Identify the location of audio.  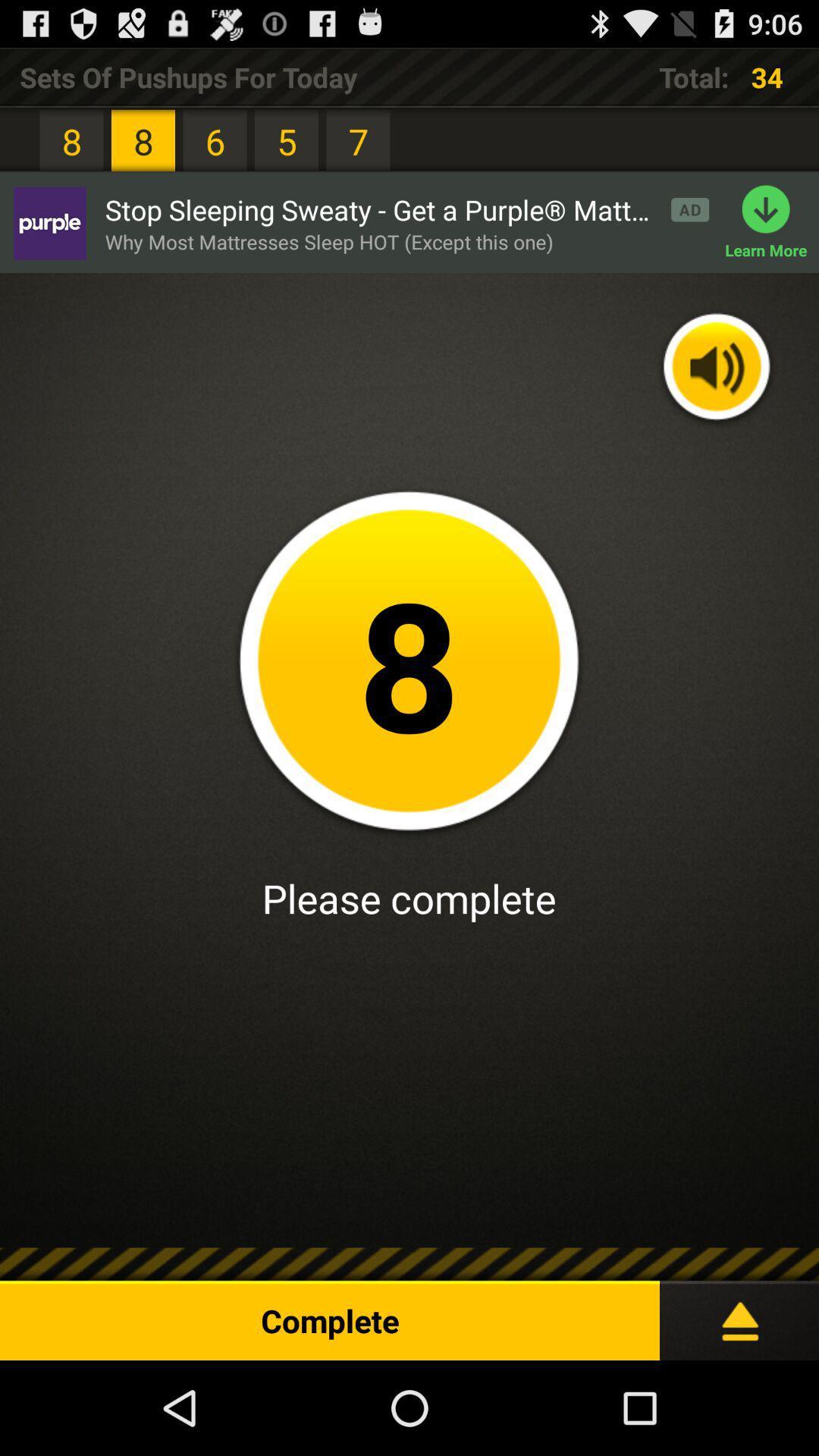
(717, 369).